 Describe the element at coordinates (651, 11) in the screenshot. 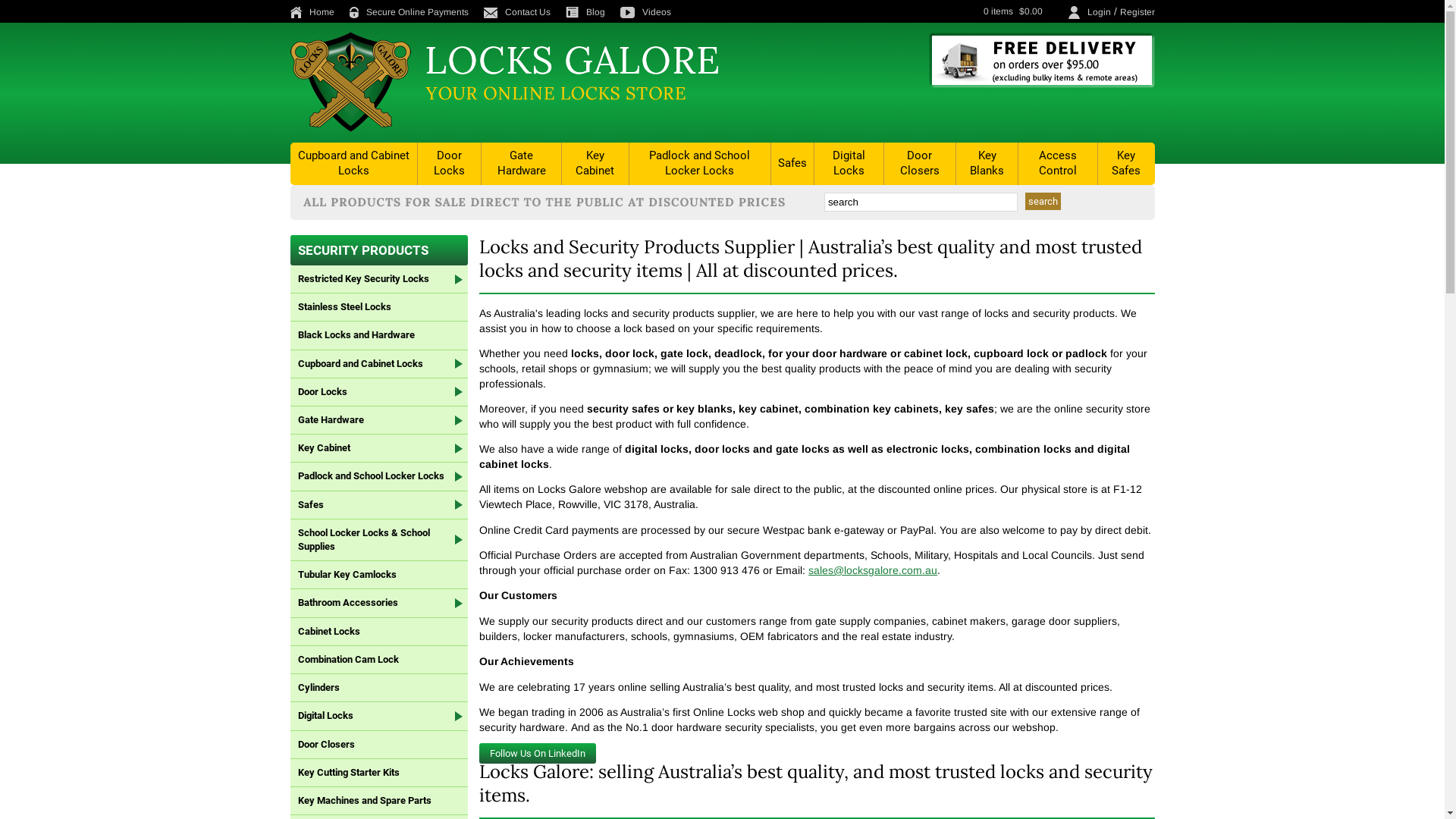

I see `'Videos'` at that location.